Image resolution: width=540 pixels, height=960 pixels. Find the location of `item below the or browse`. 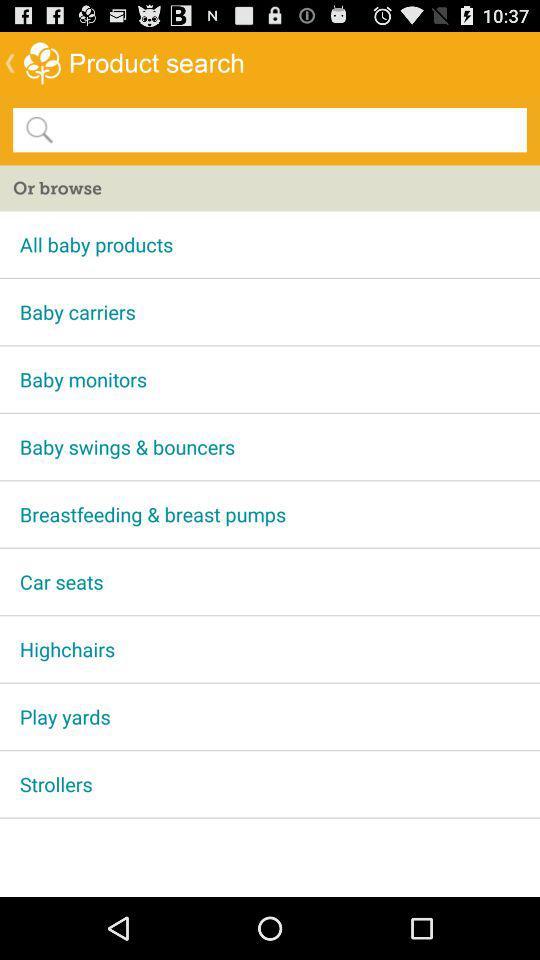

item below the or browse is located at coordinates (270, 243).